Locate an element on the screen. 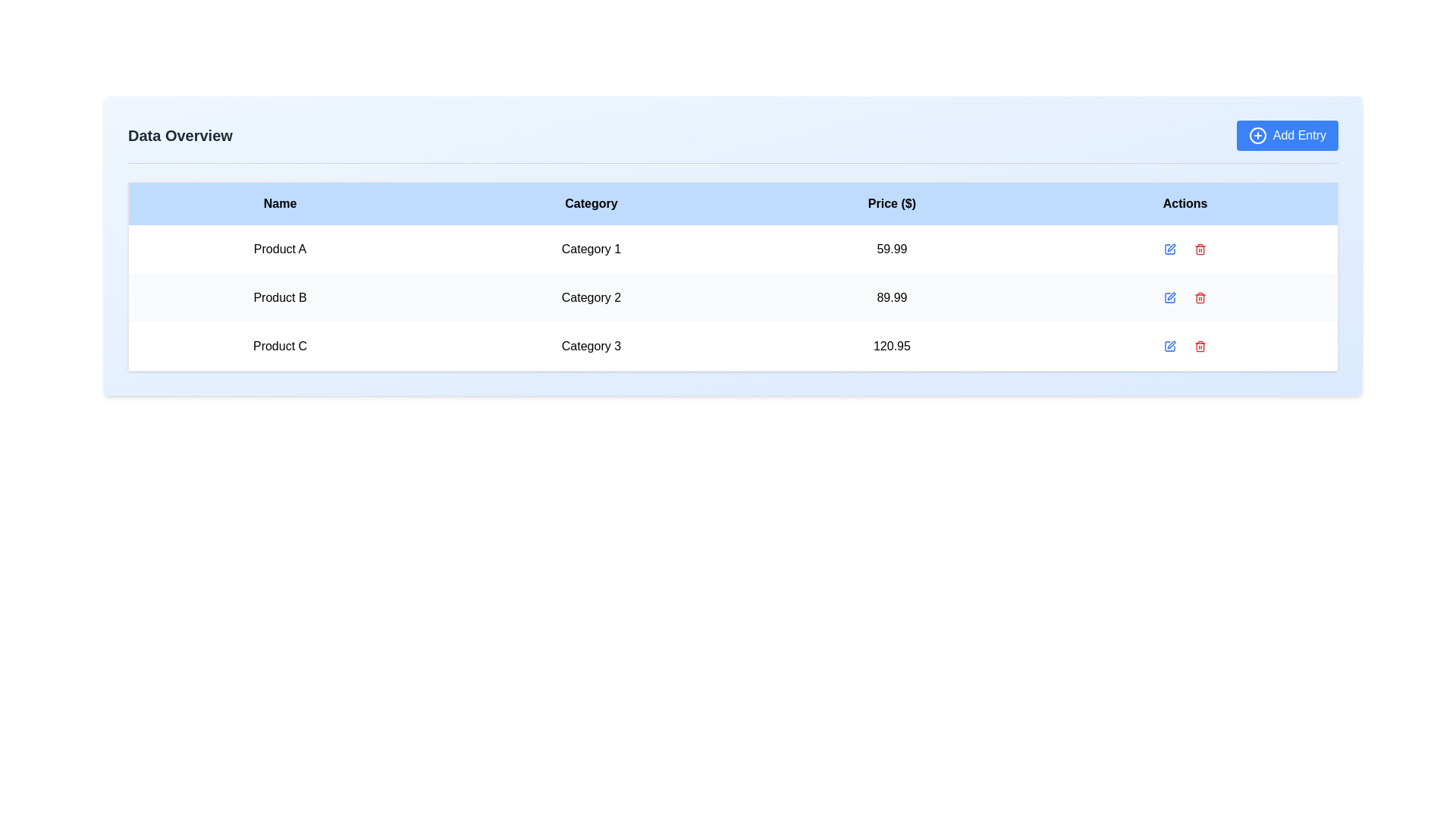 Image resolution: width=1456 pixels, height=819 pixels. the static text displaying the price value for 'Product C' located in the third row and third column of the table under the 'Price ($)' header is located at coordinates (892, 347).